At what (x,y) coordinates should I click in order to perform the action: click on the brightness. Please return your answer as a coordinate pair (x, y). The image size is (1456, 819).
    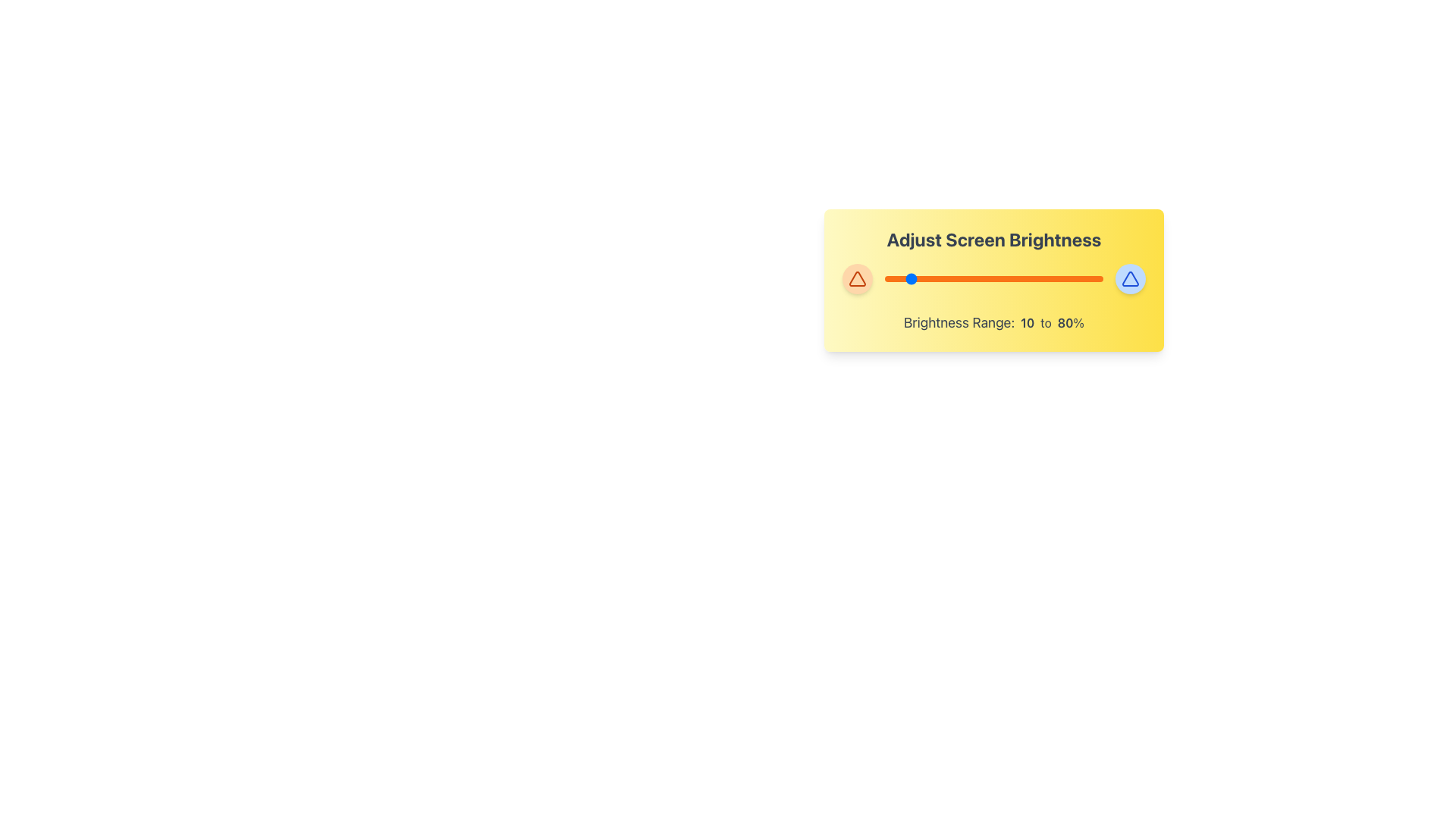
    Looking at the image, I should click on (981, 278).